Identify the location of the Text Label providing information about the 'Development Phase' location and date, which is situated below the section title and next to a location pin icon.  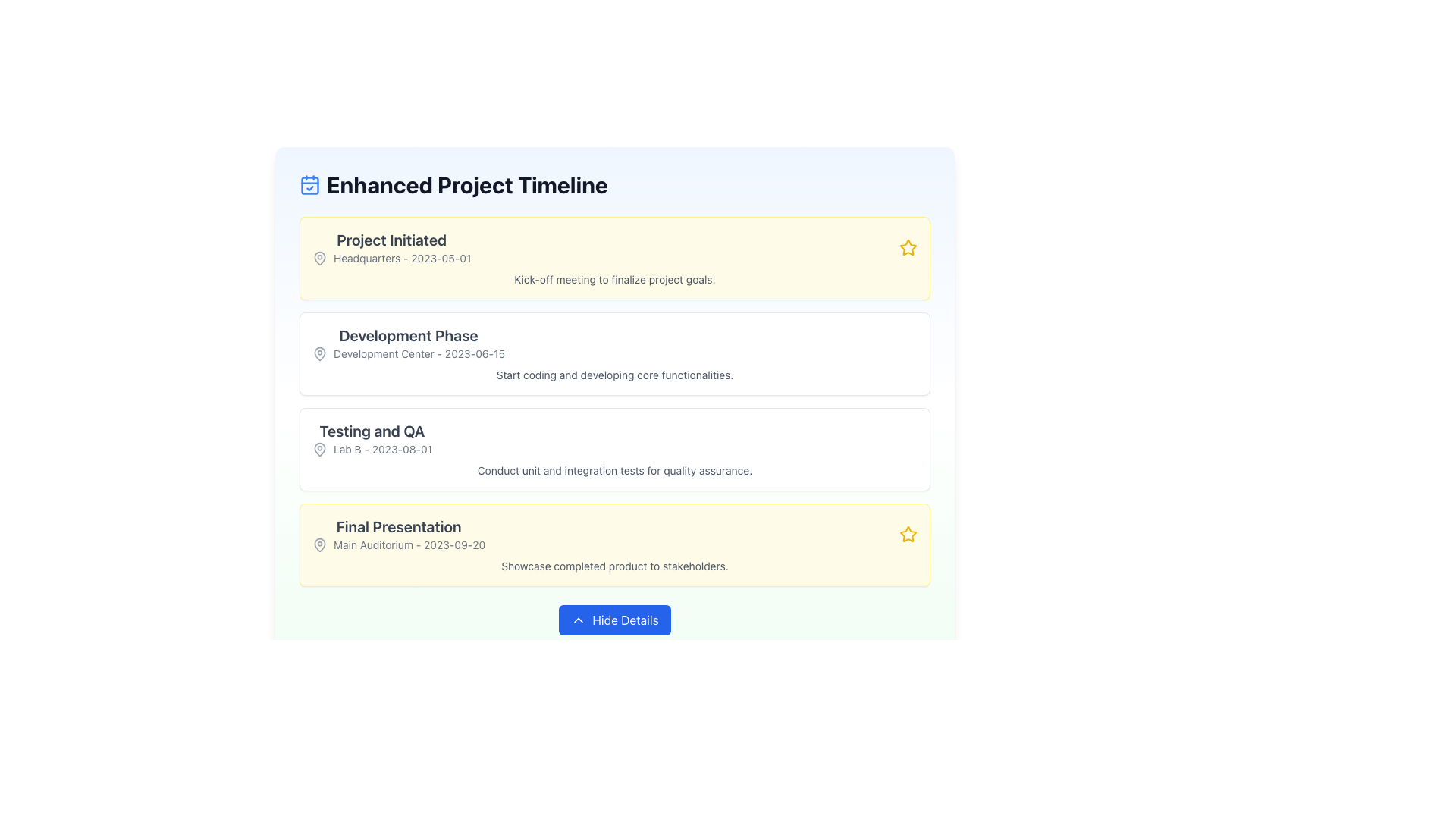
(408, 353).